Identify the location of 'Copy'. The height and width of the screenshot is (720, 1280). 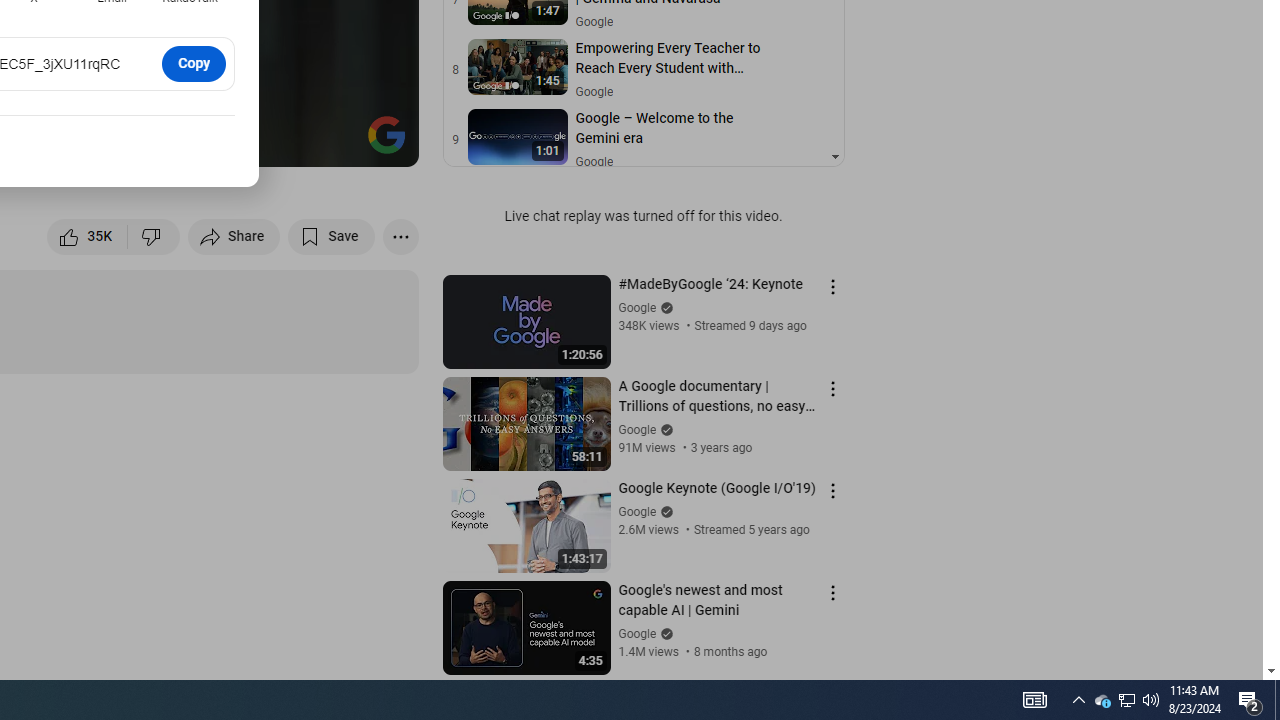
(194, 62).